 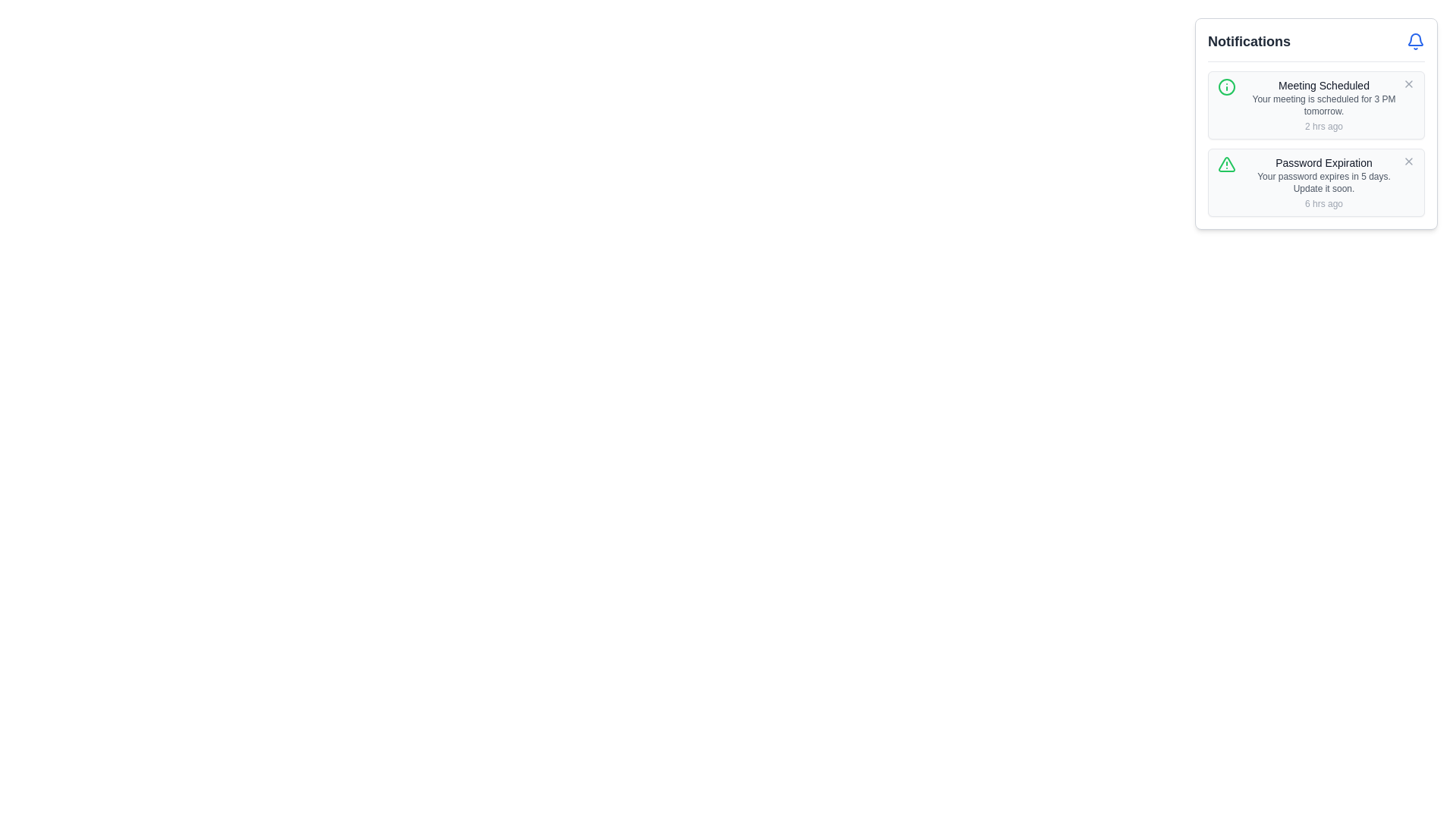 I want to click on the small circular information icon located in the top-right corner of the interface, which is part of a notification box, so click(x=1226, y=87).